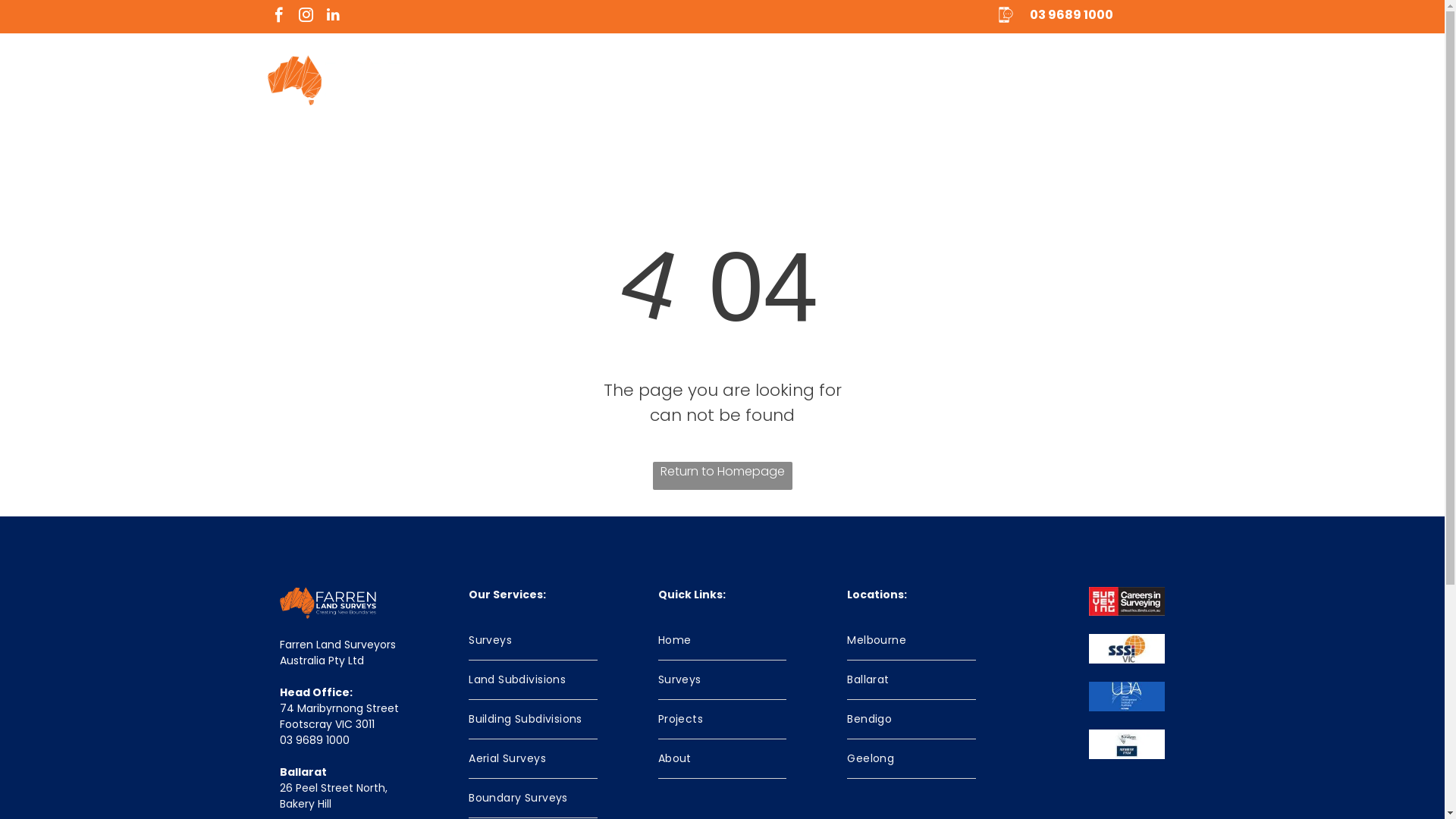 Image resolution: width=1456 pixels, height=819 pixels. Describe the element at coordinates (532, 797) in the screenshot. I see `'Boundary Surveys'` at that location.